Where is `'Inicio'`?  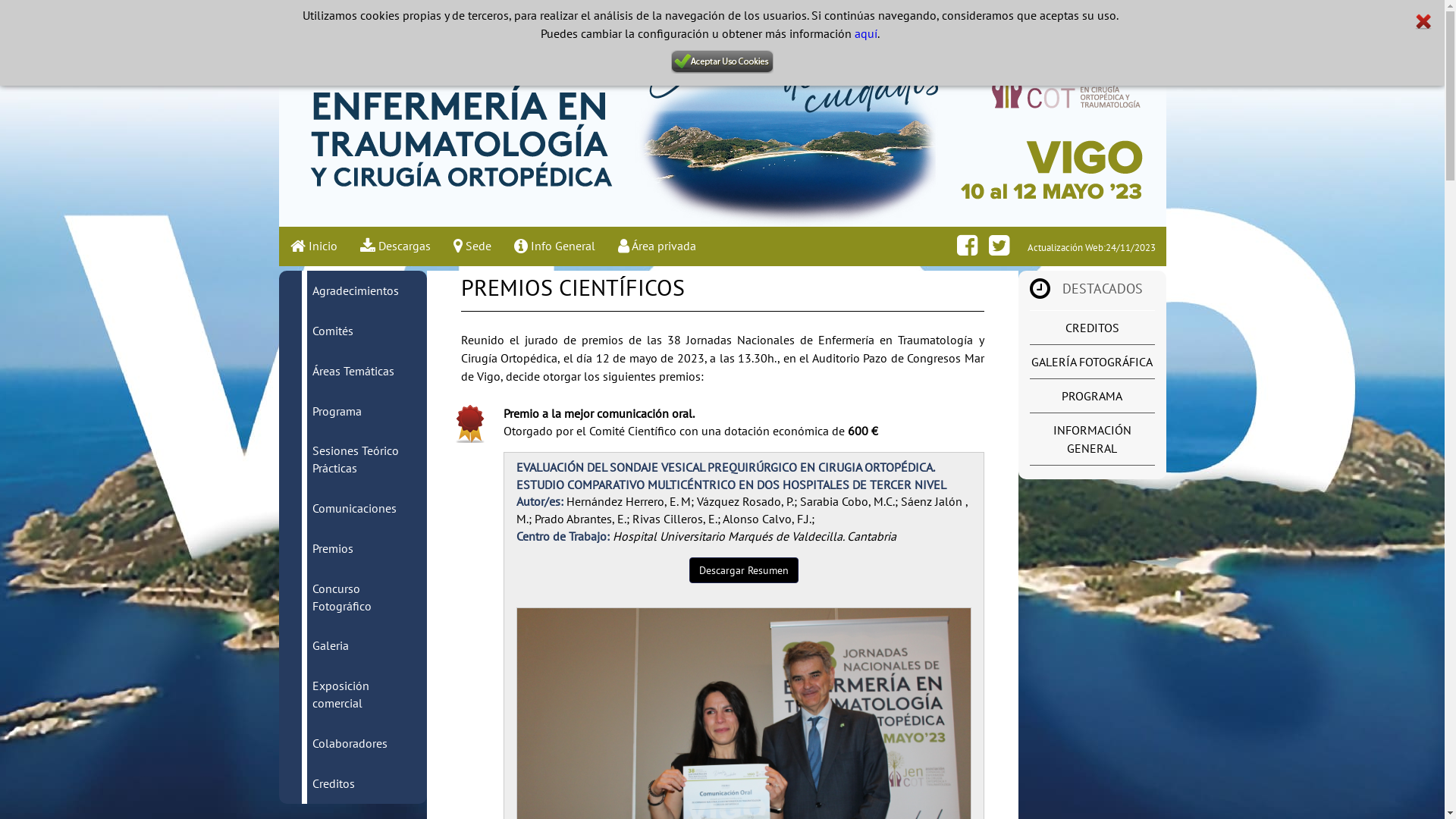 'Inicio' is located at coordinates (312, 245).